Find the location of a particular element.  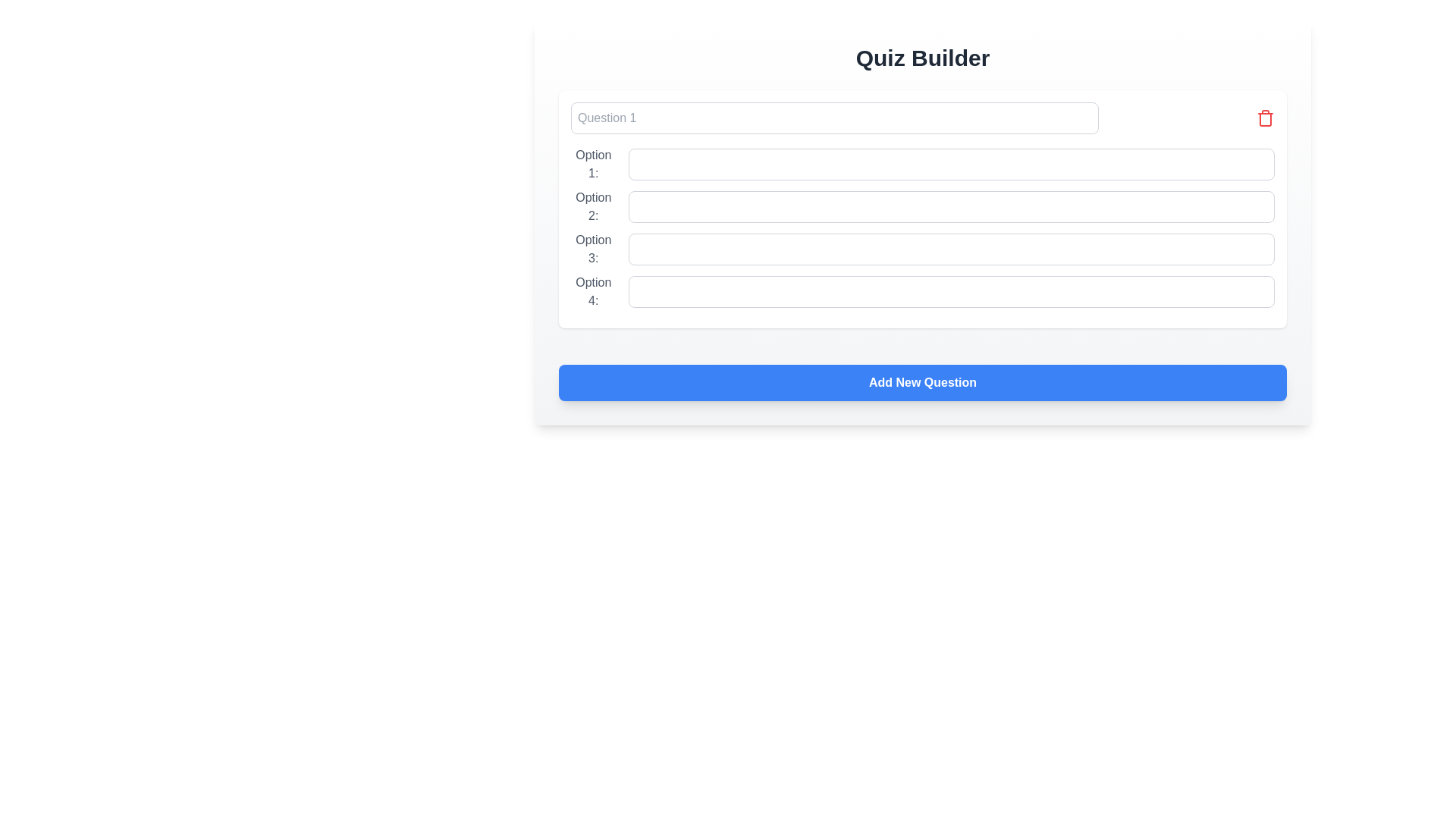

the title text label at the top of the content area that indicates the functionality of the quiz creation page is located at coordinates (922, 58).